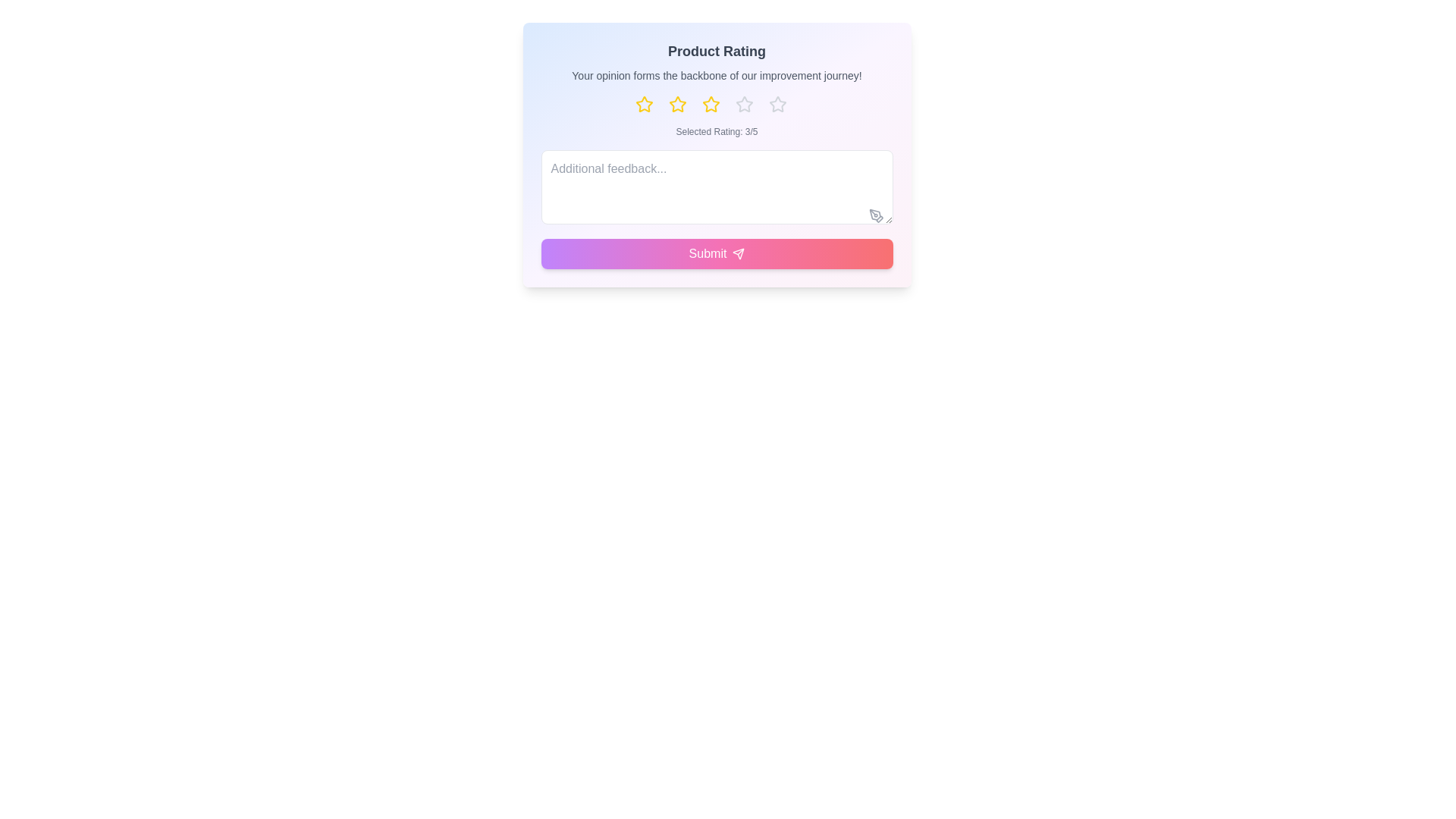 This screenshot has width=1456, height=819. I want to click on the star rating button corresponding to 3 stars to observe the hover effect, so click(716, 104).